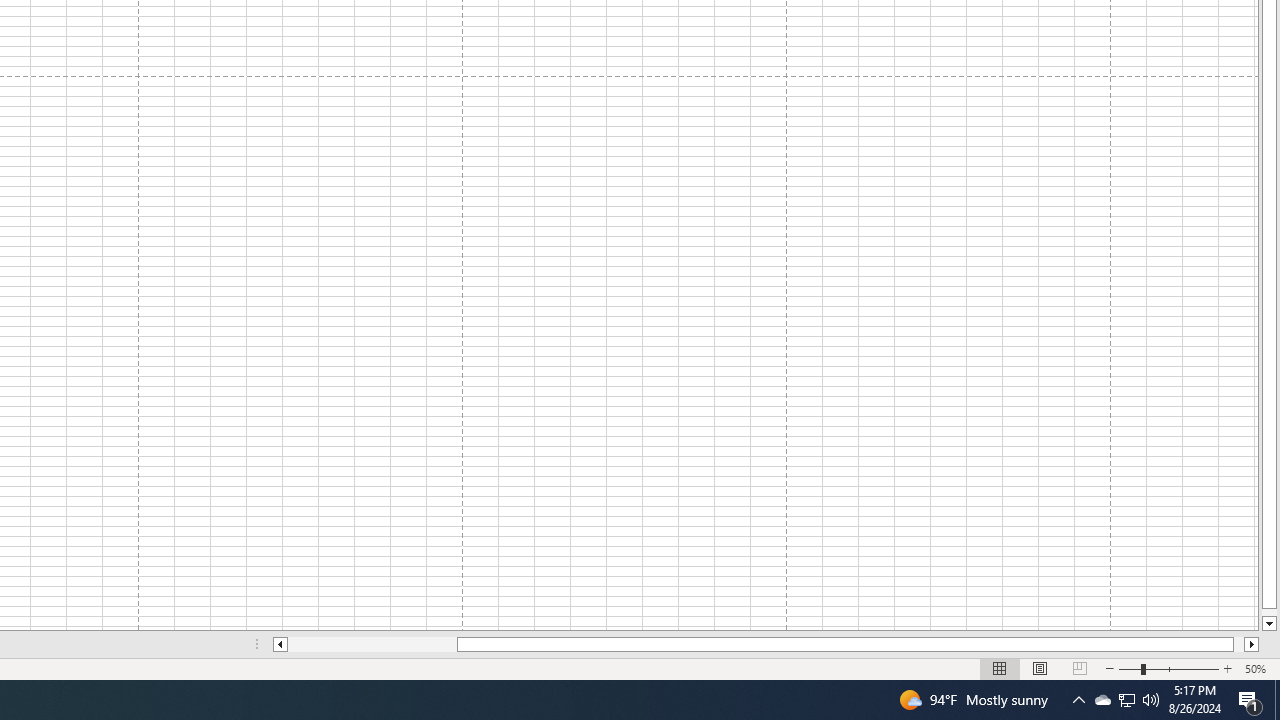 The image size is (1280, 720). Describe the element at coordinates (1129, 669) in the screenshot. I see `'Zoom Out'` at that location.